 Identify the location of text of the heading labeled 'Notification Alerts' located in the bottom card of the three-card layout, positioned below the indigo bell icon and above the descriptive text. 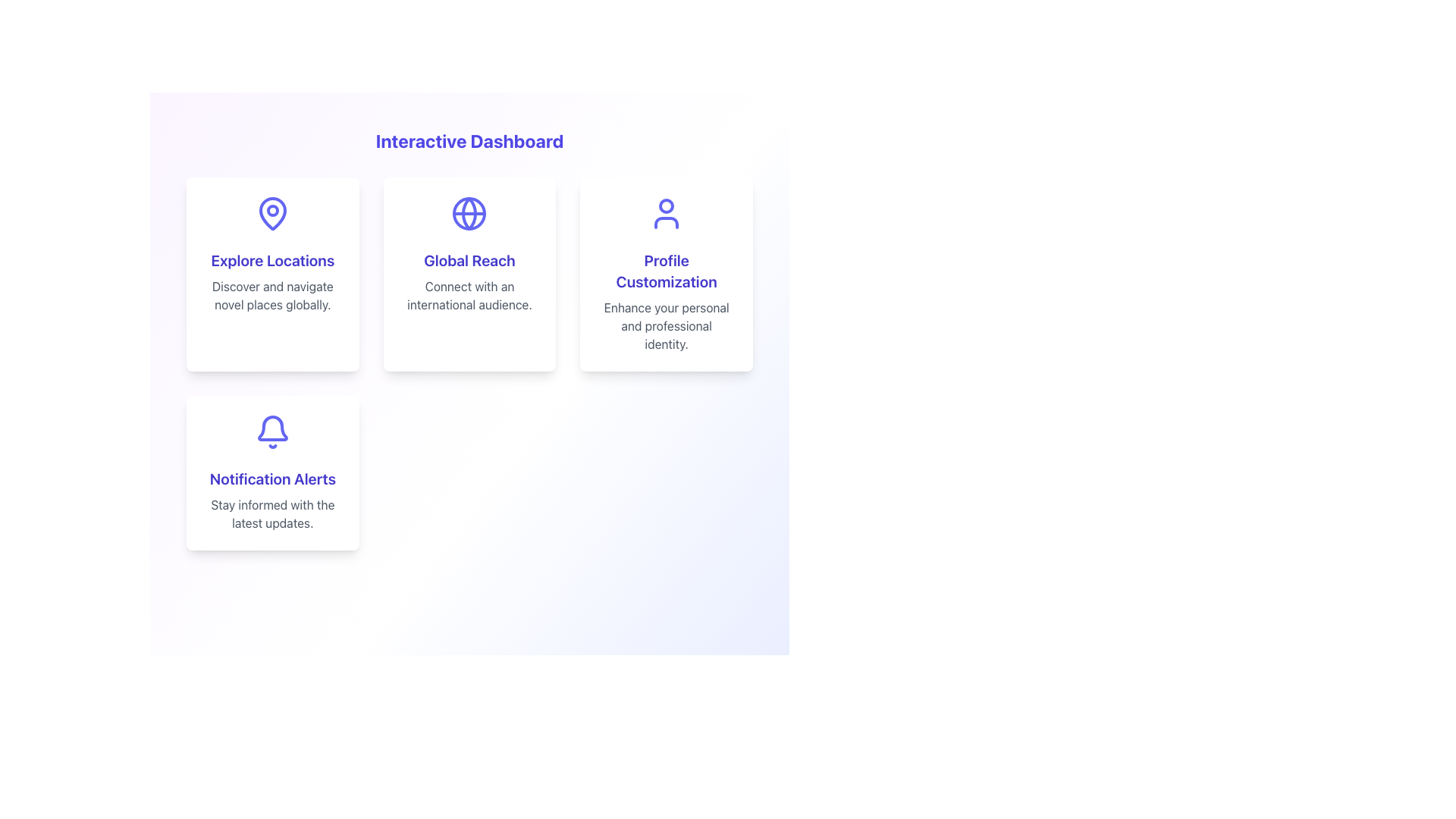
(272, 479).